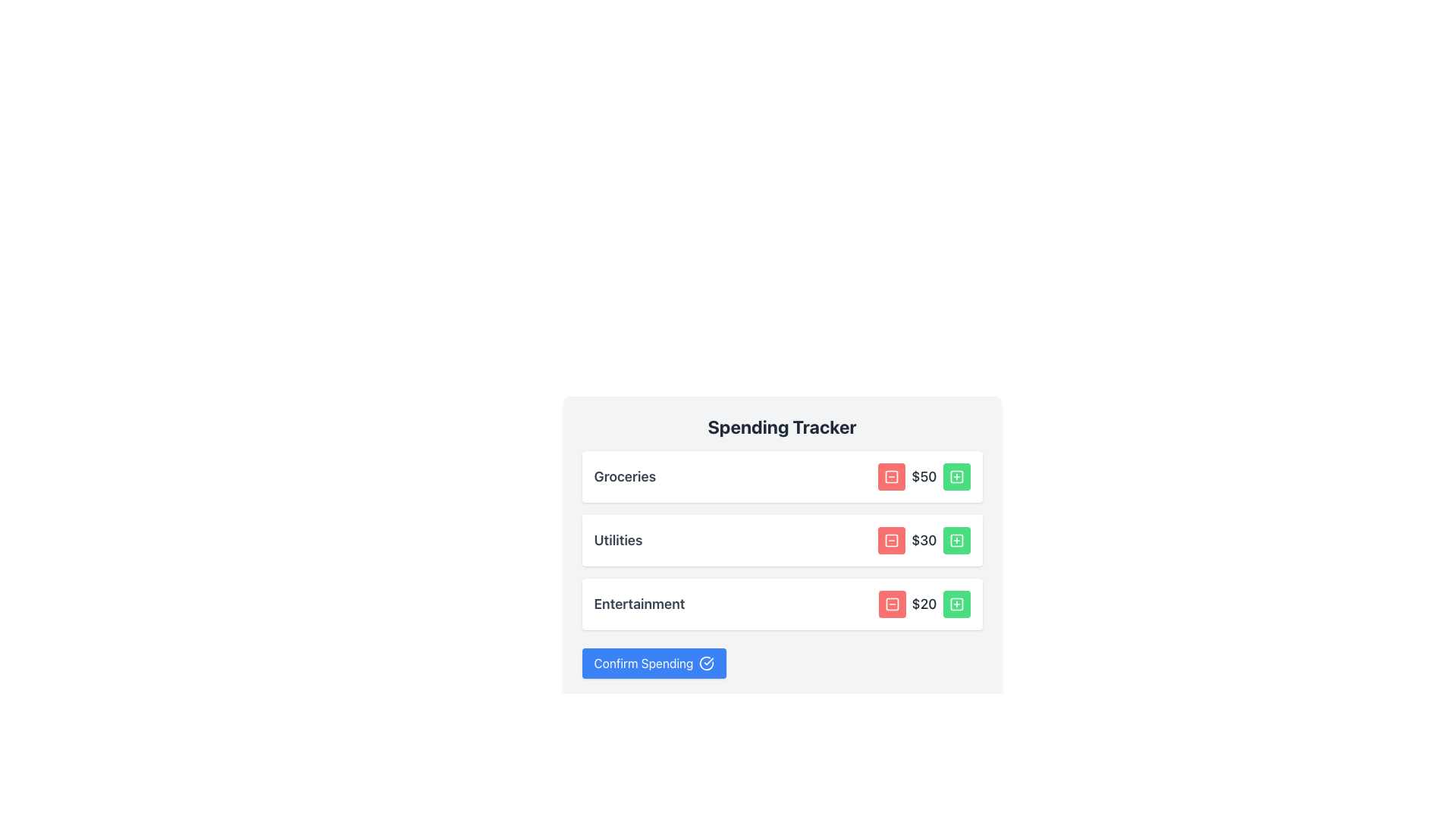 This screenshot has height=819, width=1456. I want to click on the icon in the 'Entertainment' row to decrease the expenditure value associated with entertainment, so click(892, 604).